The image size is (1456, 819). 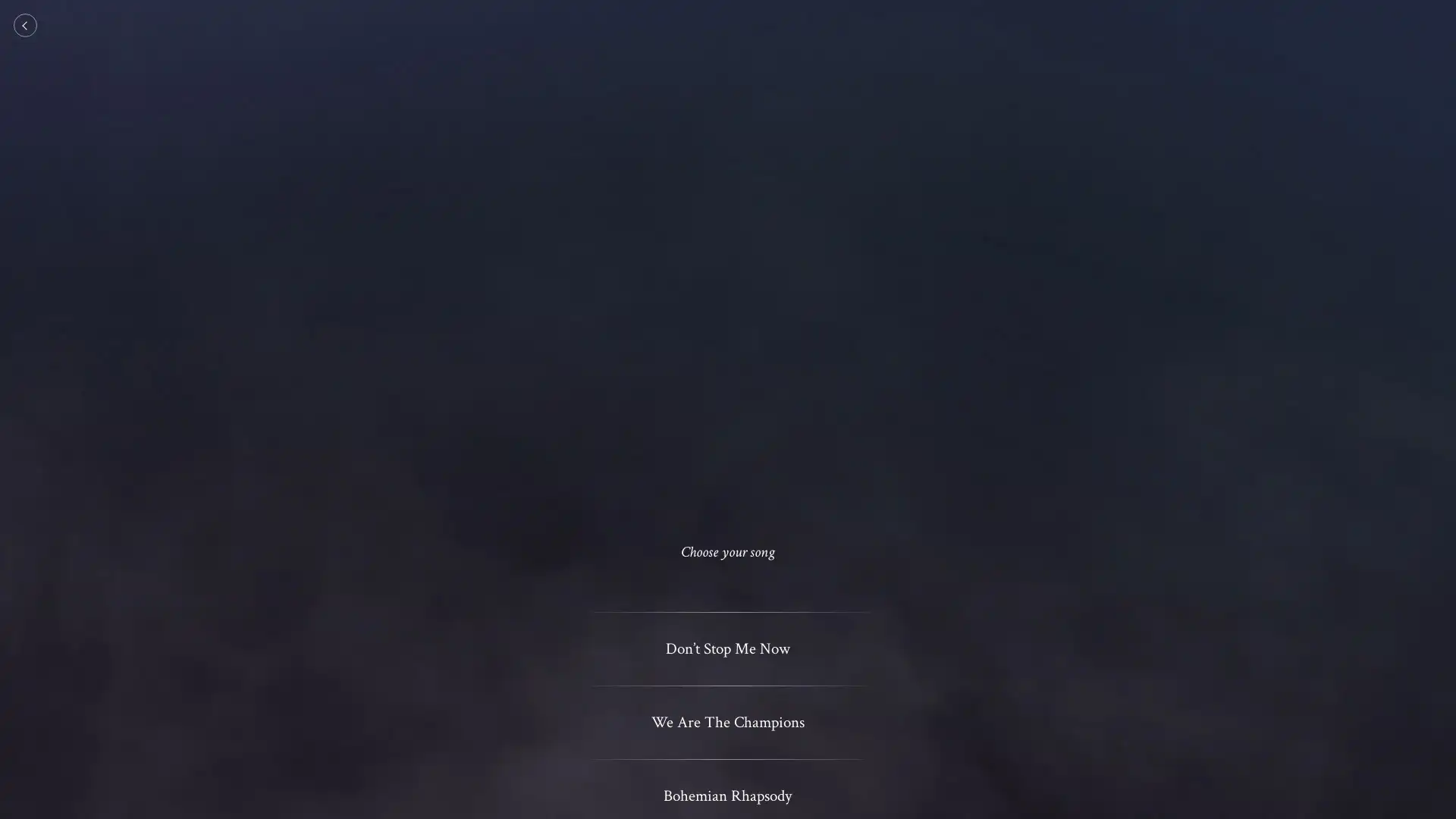 What do you see at coordinates (726, 648) in the screenshot?
I see `Click to select Dont Stop Me Now` at bounding box center [726, 648].